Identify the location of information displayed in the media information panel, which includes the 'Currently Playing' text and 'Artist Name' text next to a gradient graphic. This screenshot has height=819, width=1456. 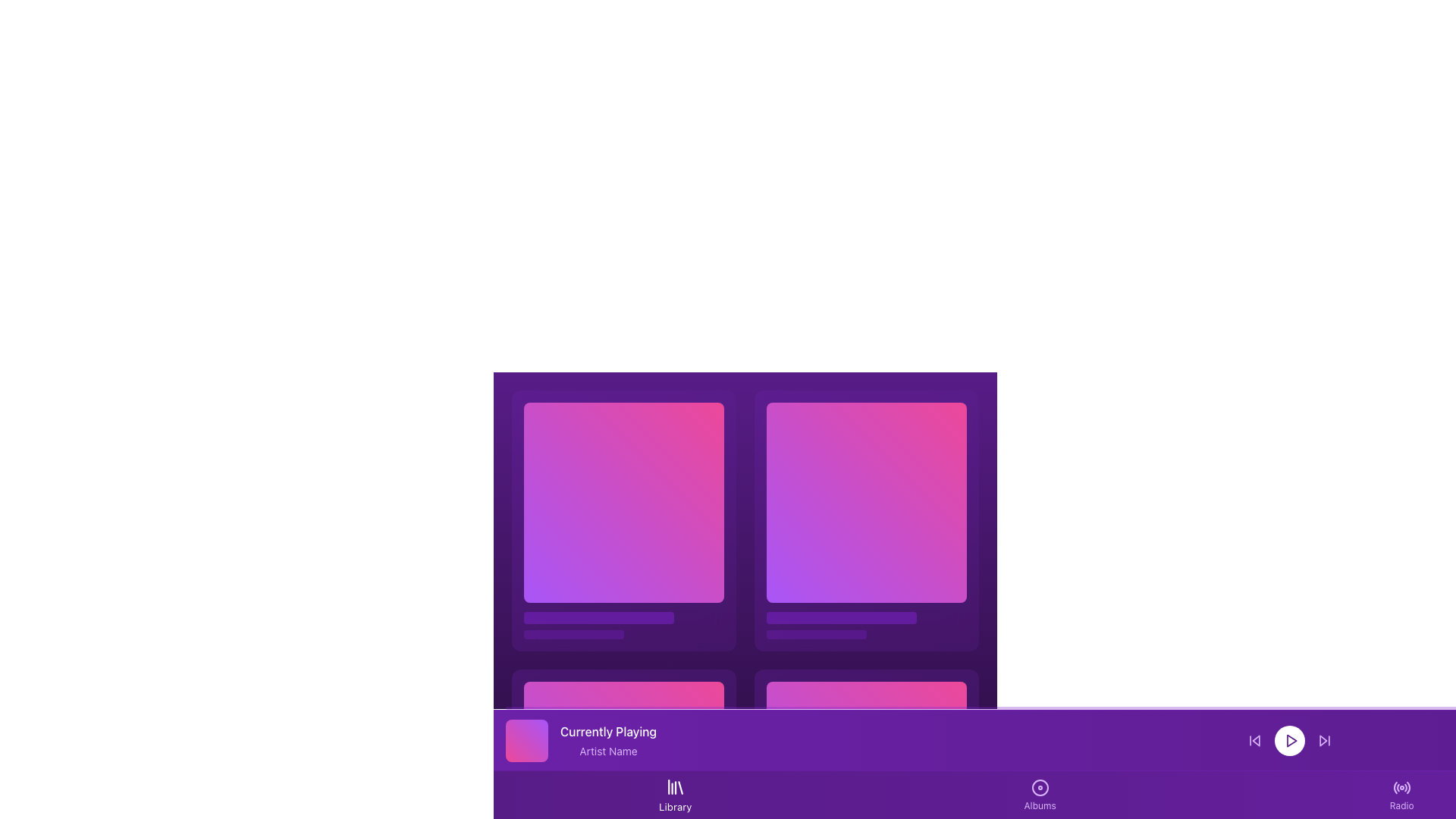
(580, 739).